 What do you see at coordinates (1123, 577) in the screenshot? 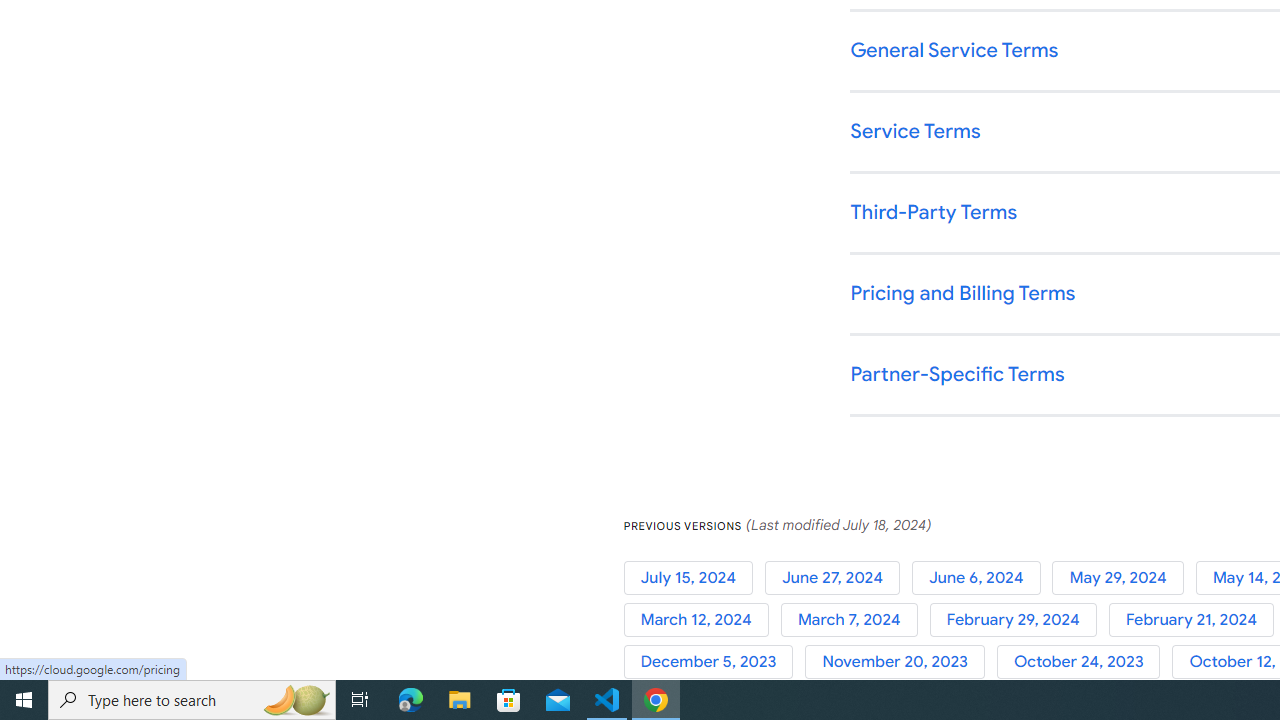
I see `'May 29, 2024'` at bounding box center [1123, 577].